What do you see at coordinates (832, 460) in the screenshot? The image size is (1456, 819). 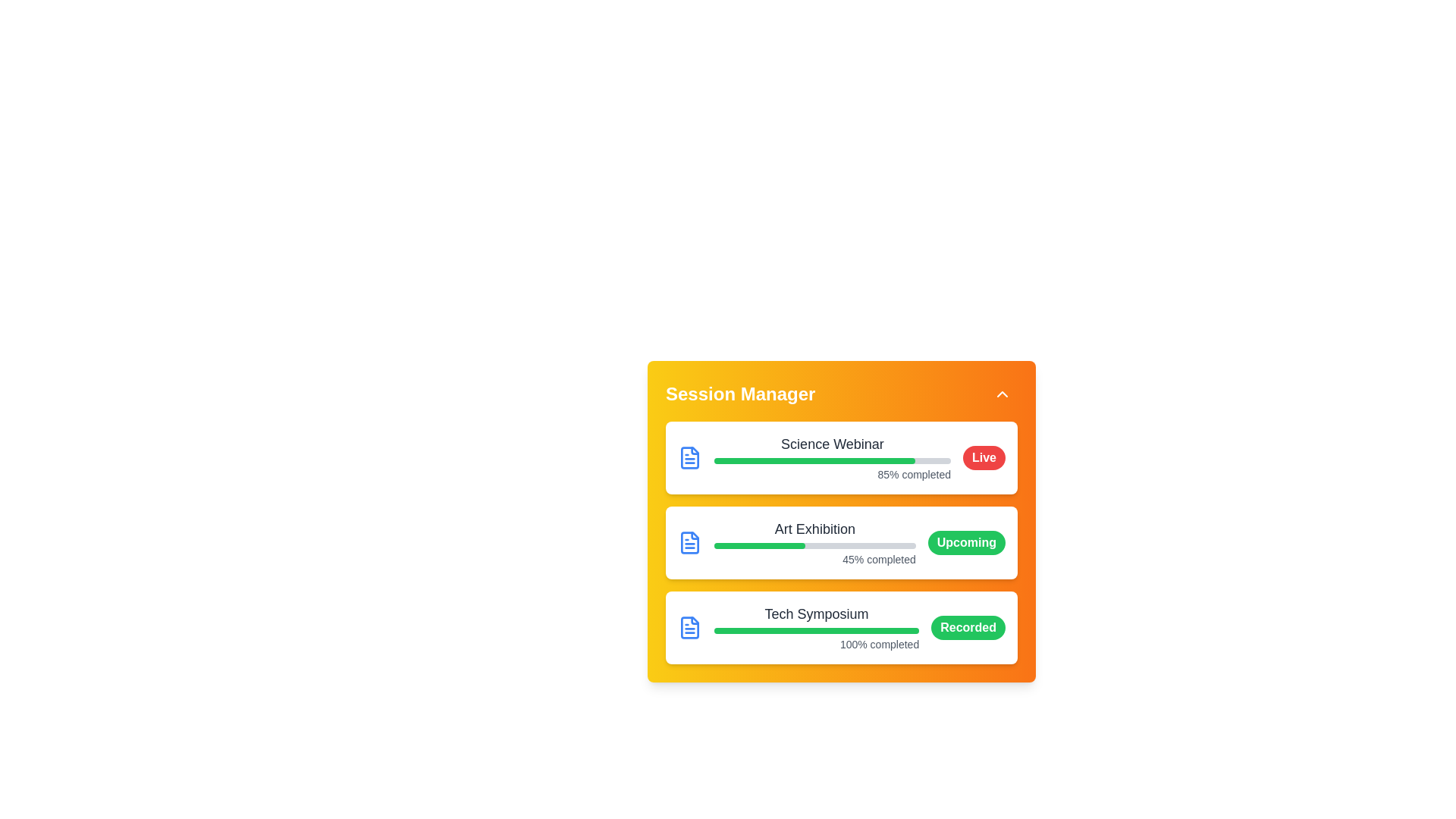 I see `the progress of the 'Science Webinar' progress bar, which indicates that it is 85% complete, located in the second row of the 'Session Manager' panel` at bounding box center [832, 460].